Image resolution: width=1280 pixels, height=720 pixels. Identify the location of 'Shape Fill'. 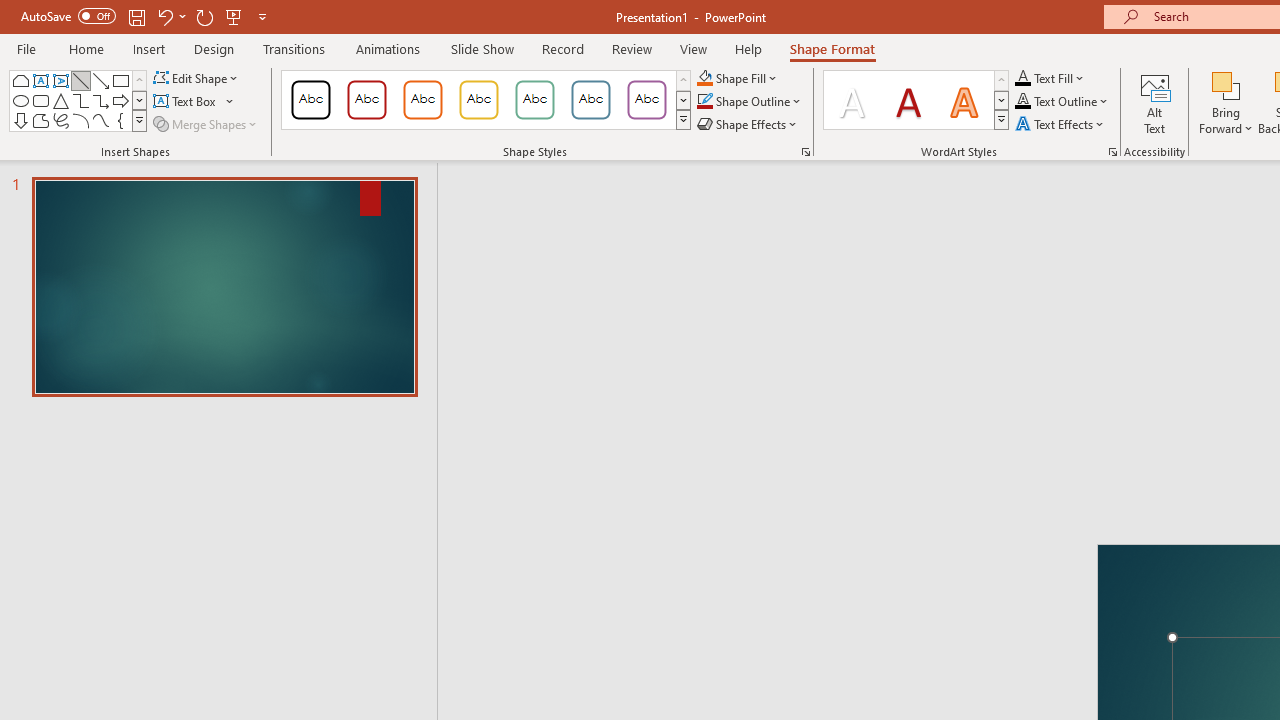
(736, 77).